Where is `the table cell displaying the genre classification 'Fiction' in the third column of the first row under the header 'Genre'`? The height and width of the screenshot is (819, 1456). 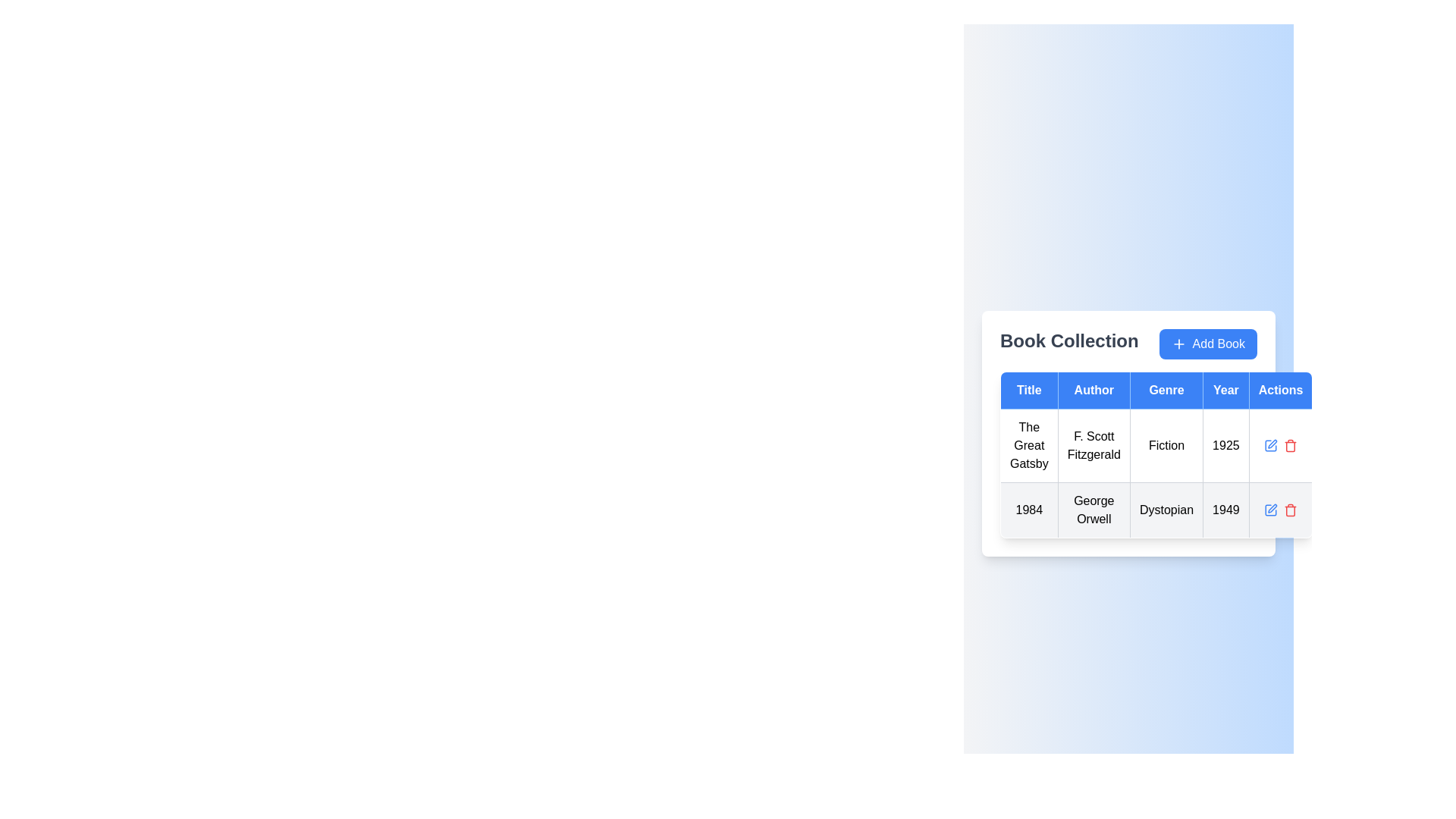
the table cell displaying the genre classification 'Fiction' in the third column of the first row under the header 'Genre' is located at coordinates (1166, 444).